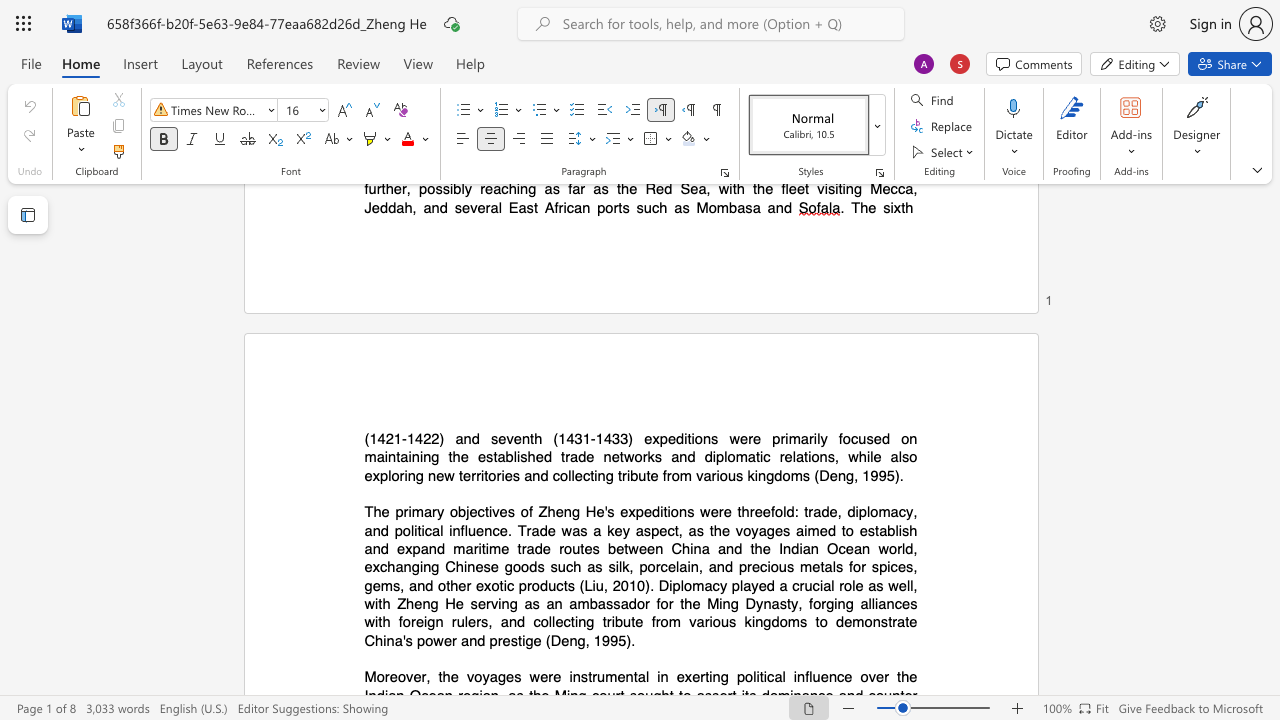 The image size is (1280, 720). I want to click on the subset text "The pr" within the text "The primary", so click(364, 511).